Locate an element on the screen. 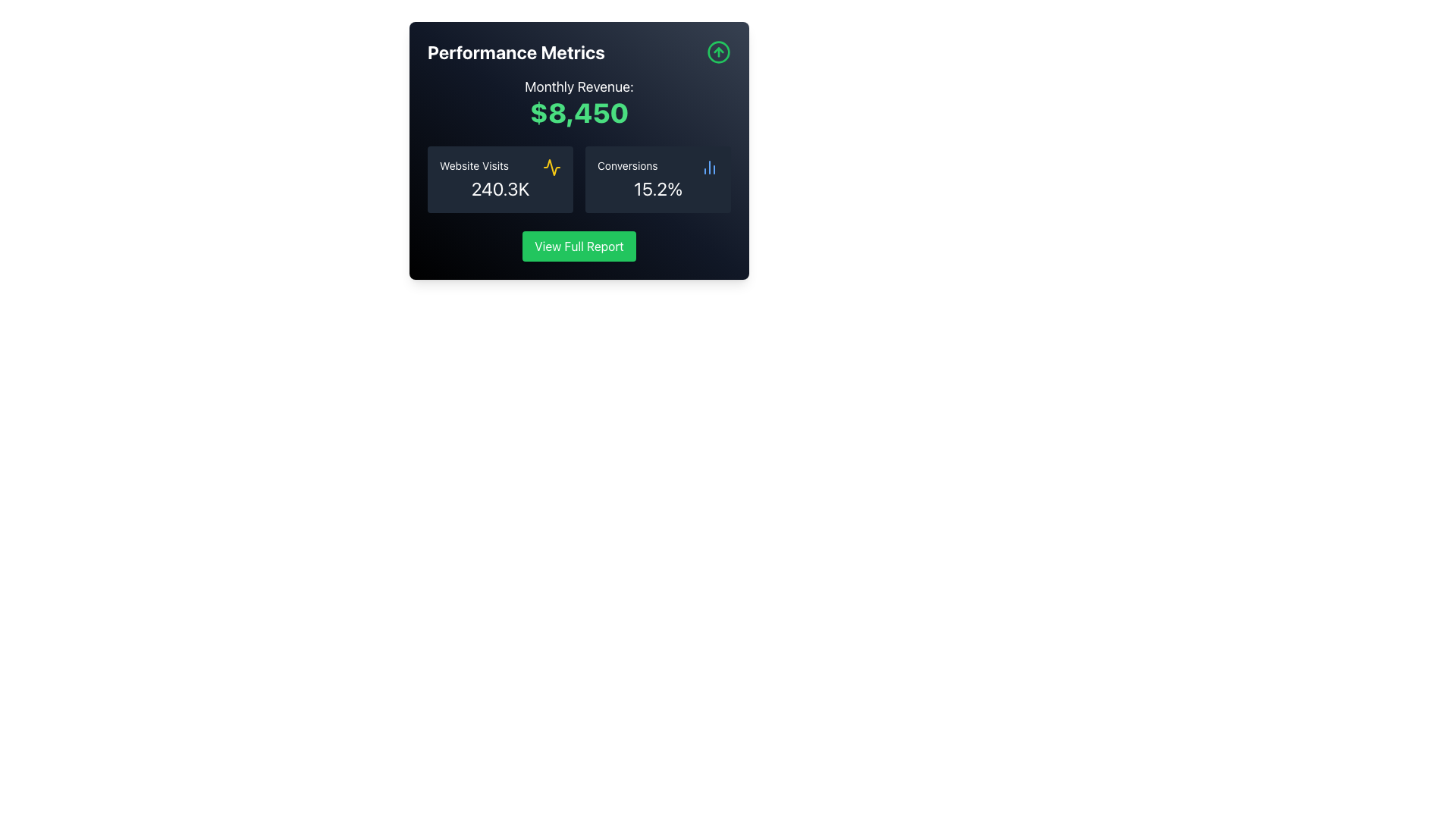 Image resolution: width=1456 pixels, height=819 pixels. the data presented in the Card widget displaying the total number of website visits with the value '240.3K' is located at coordinates (500, 178).